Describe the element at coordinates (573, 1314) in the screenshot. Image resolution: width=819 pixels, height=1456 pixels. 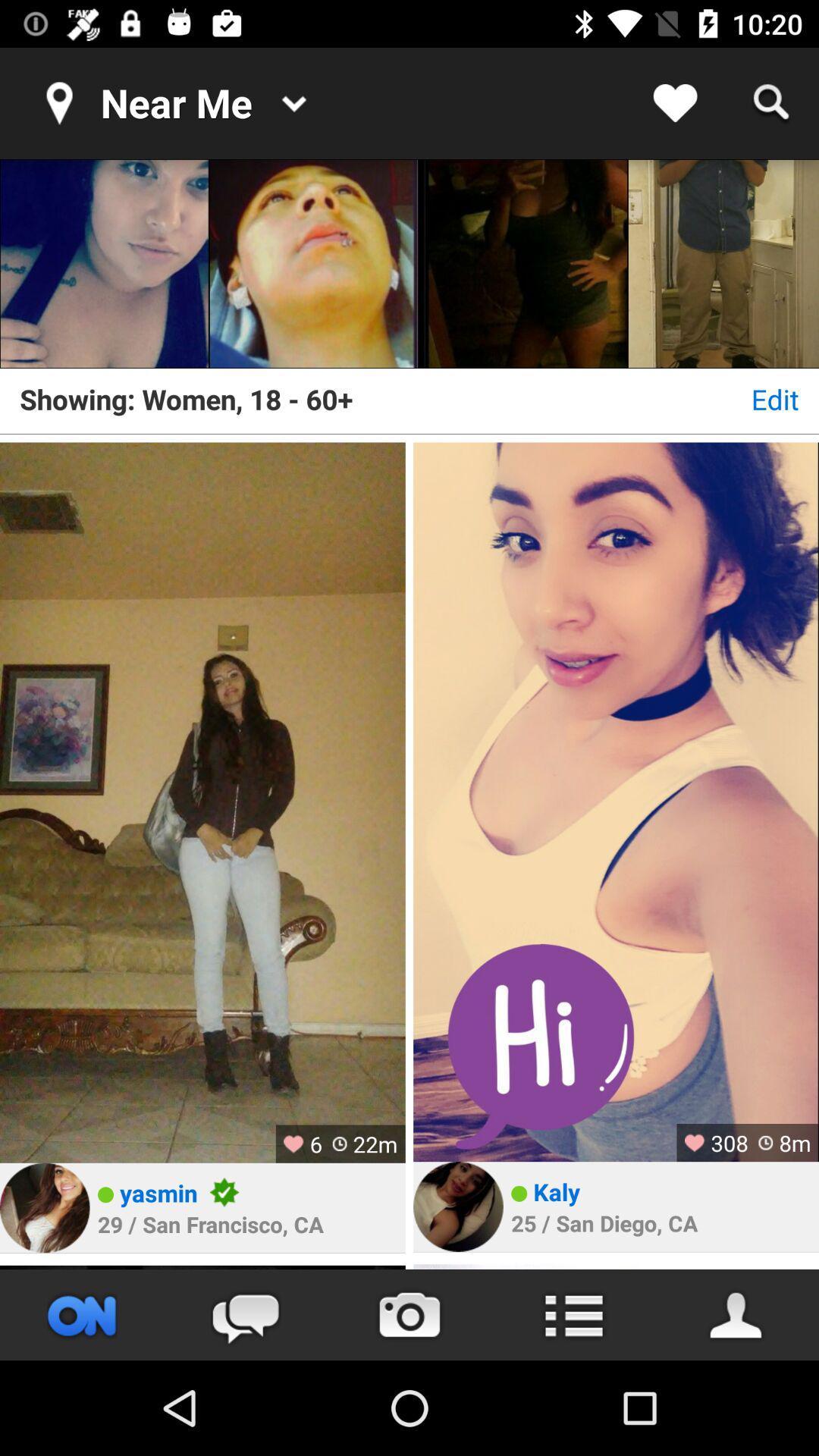
I see `the list icon` at that location.